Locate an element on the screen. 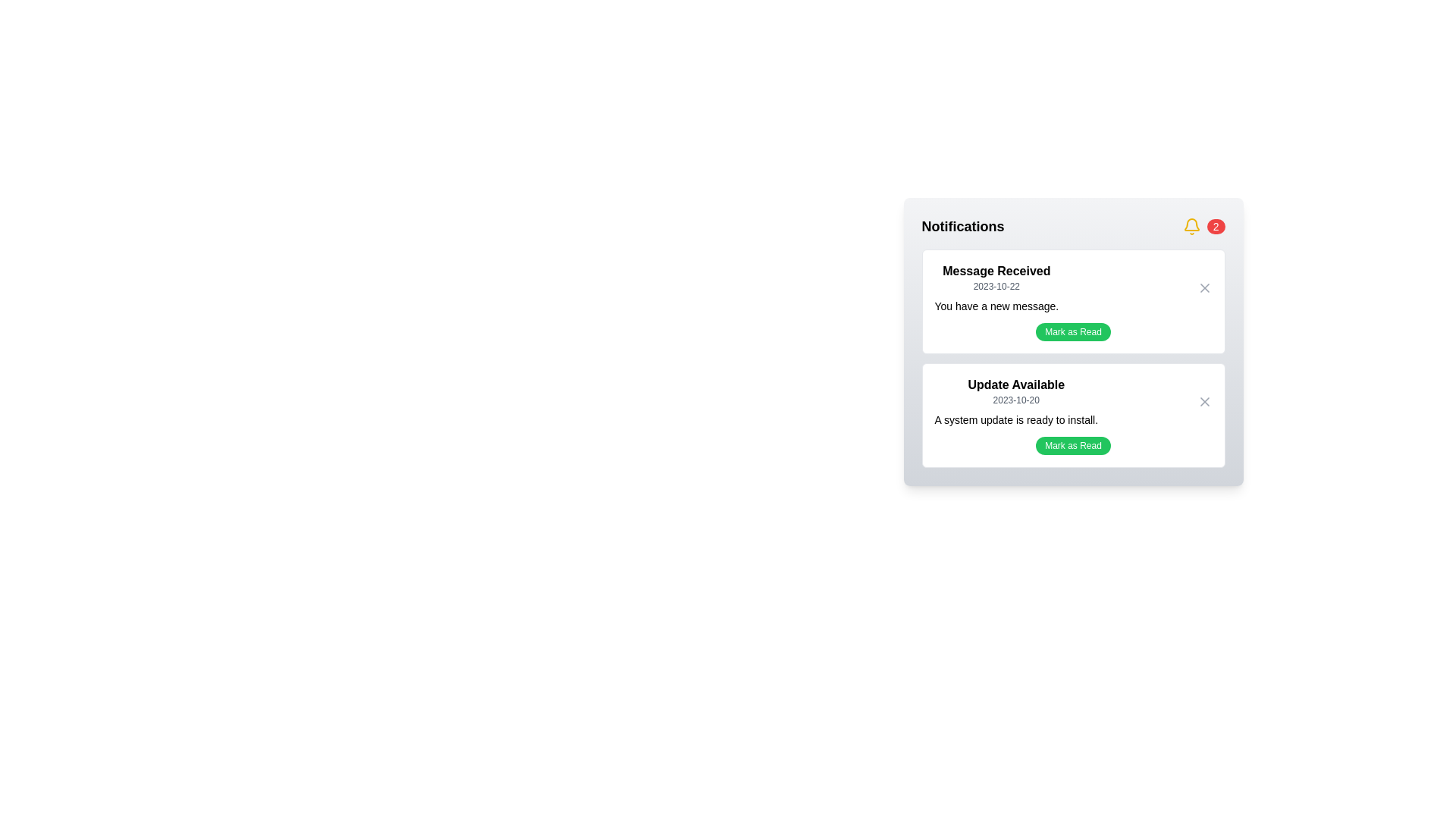 This screenshot has height=819, width=1456. the notification icon located at the top-right corner of the notification panel, which is positioned left is located at coordinates (1191, 227).